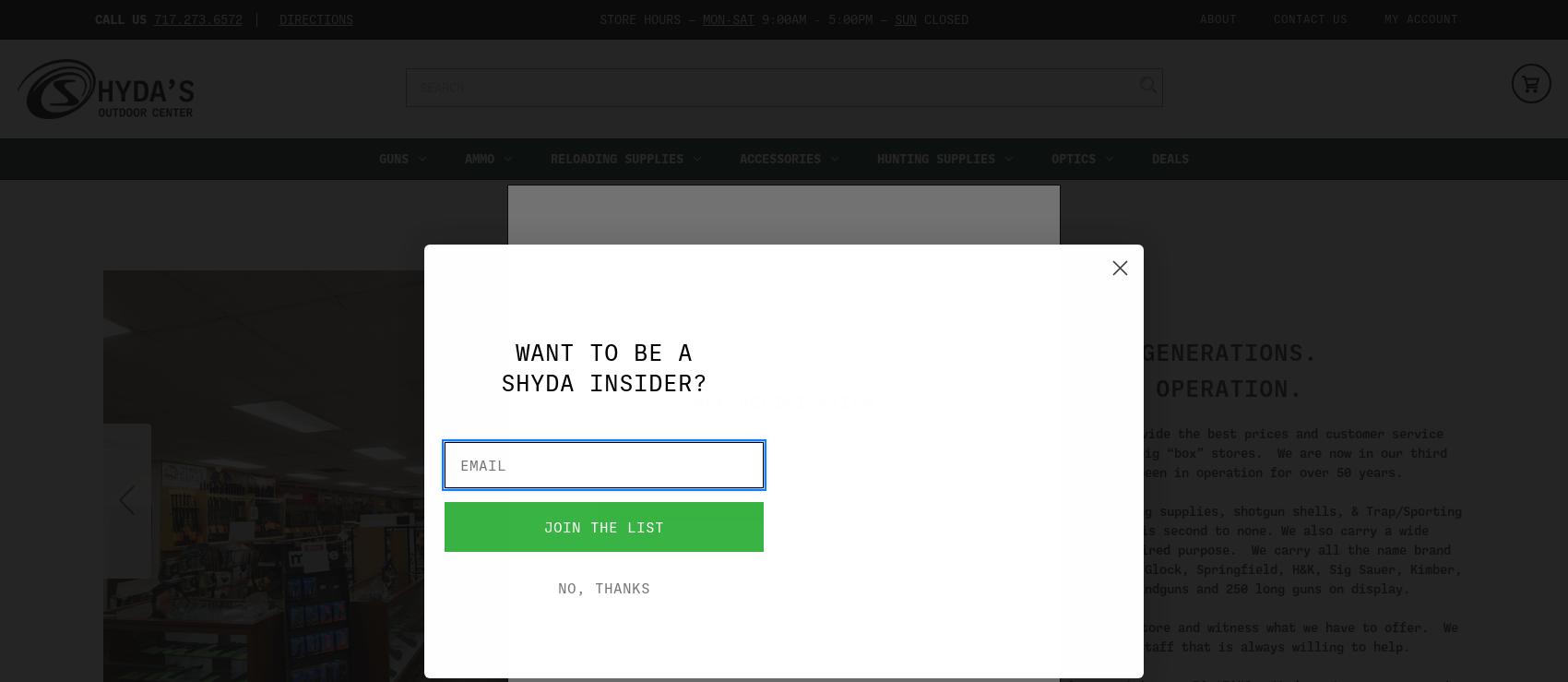 The width and height of the screenshot is (1568, 682). What do you see at coordinates (1132, 635) in the screenshot?
I see `'We welcome and encourage you to stop by our store and witness what we have to offer.  We have a very knowledgeable and friendly staff that is always willing to help.'` at bounding box center [1132, 635].